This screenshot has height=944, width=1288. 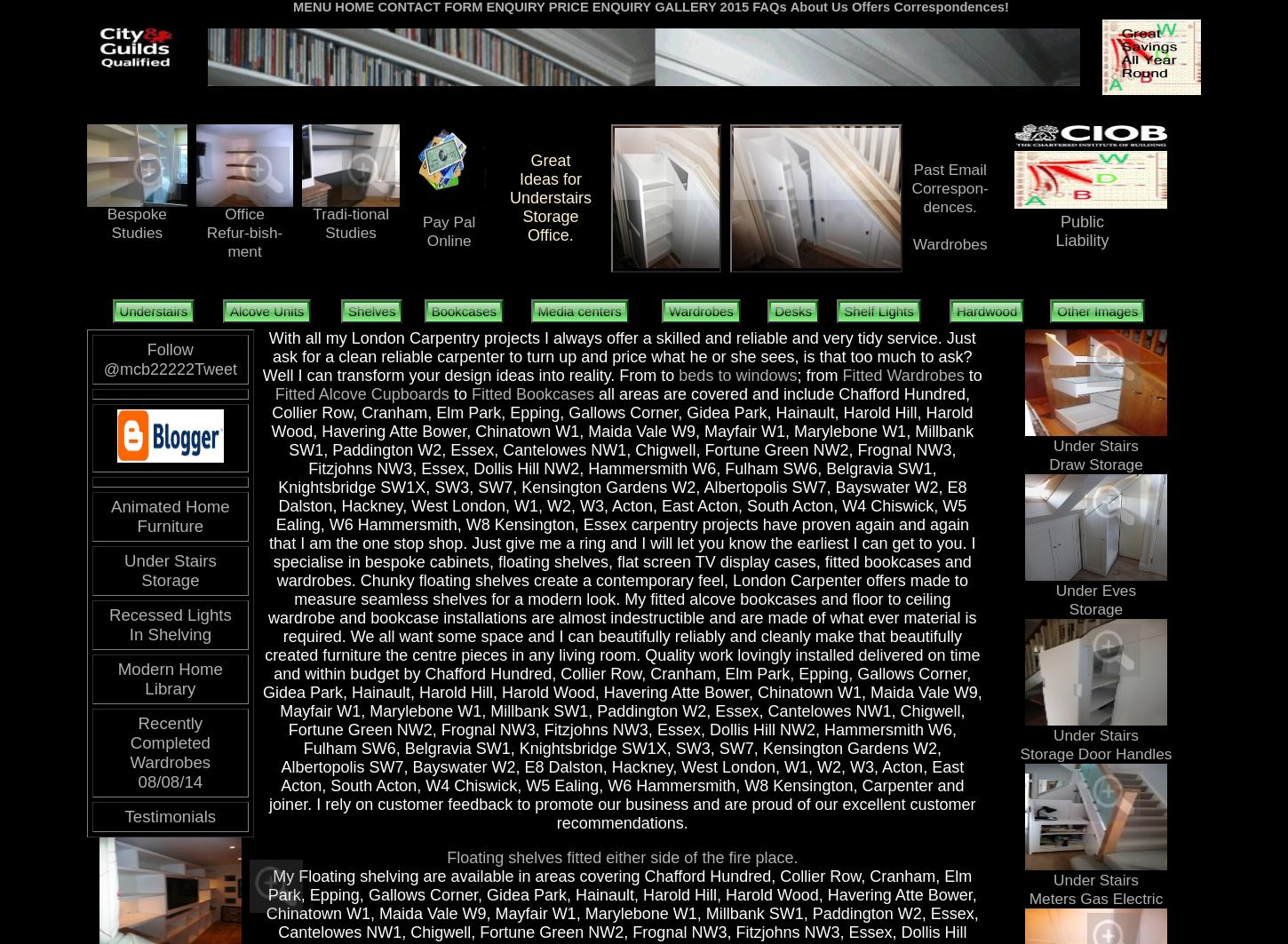 I want to click on 'Past Email', so click(x=949, y=170).